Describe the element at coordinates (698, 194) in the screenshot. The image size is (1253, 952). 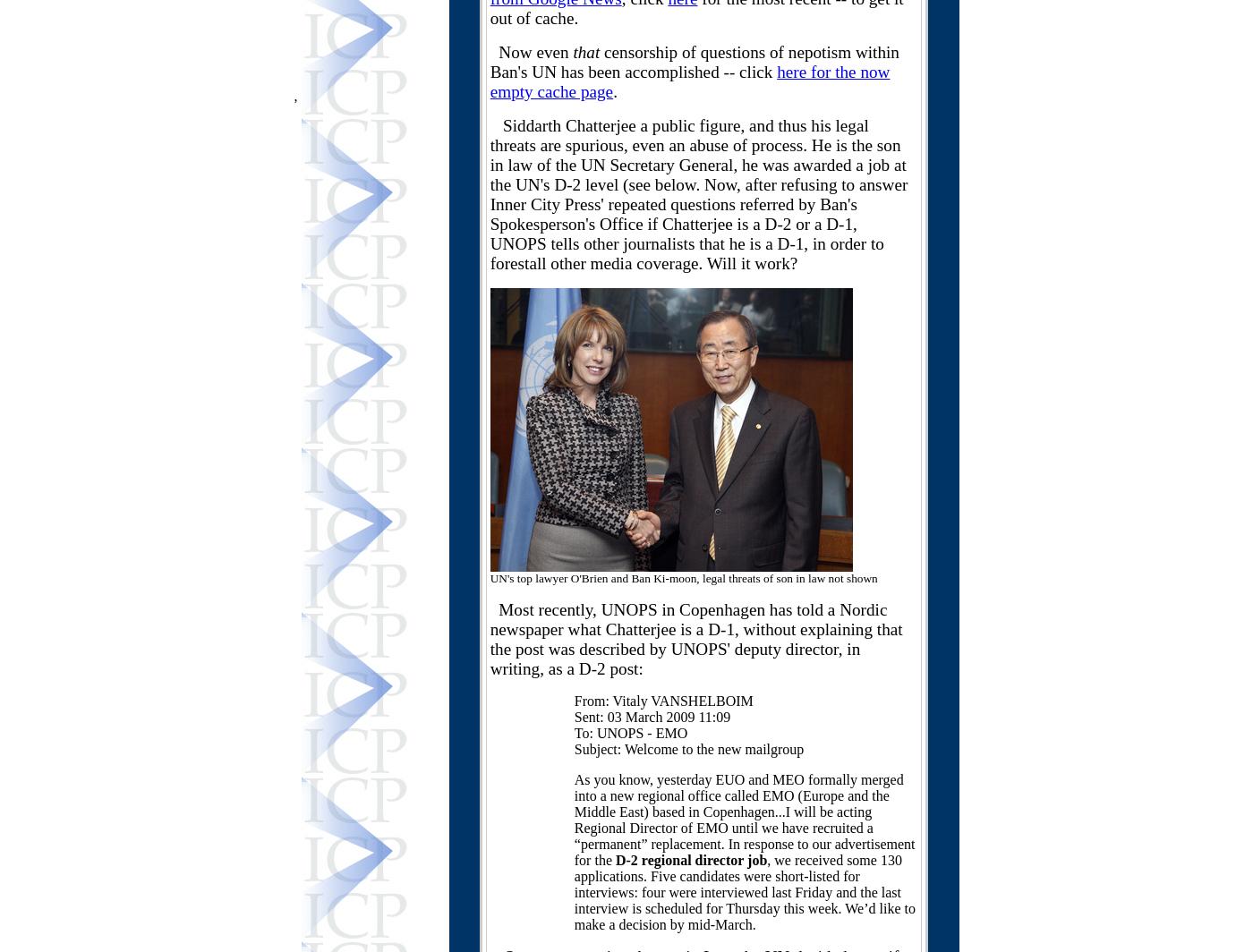
I see `'Siddarth Chatterjee a public figure,
and thus his legal threats are spurious, even an abuse of process. He
is the son in law of the UN Secretary General, he was awarded a job
at the UN's D-2 level (see below. Now, after refusing to answer Inner
City
Press' repeated questions referred by Ban's Spokesperson's Office if
Chatterjee is a D-2 or a D-1, UNOPS tells other journalists
that he is a D-1, in order to forestall other media coverage. Will it
work?'` at that location.